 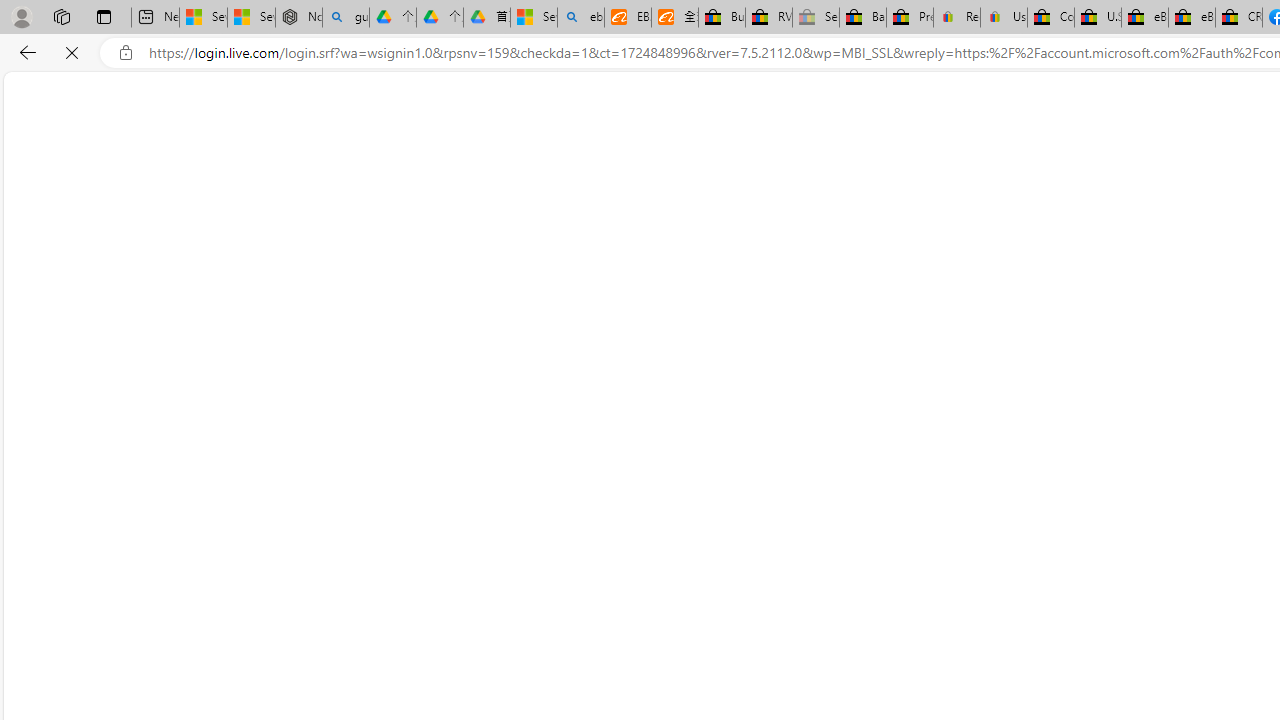 What do you see at coordinates (909, 17) in the screenshot?
I see `'Press Room - eBay Inc.'` at bounding box center [909, 17].